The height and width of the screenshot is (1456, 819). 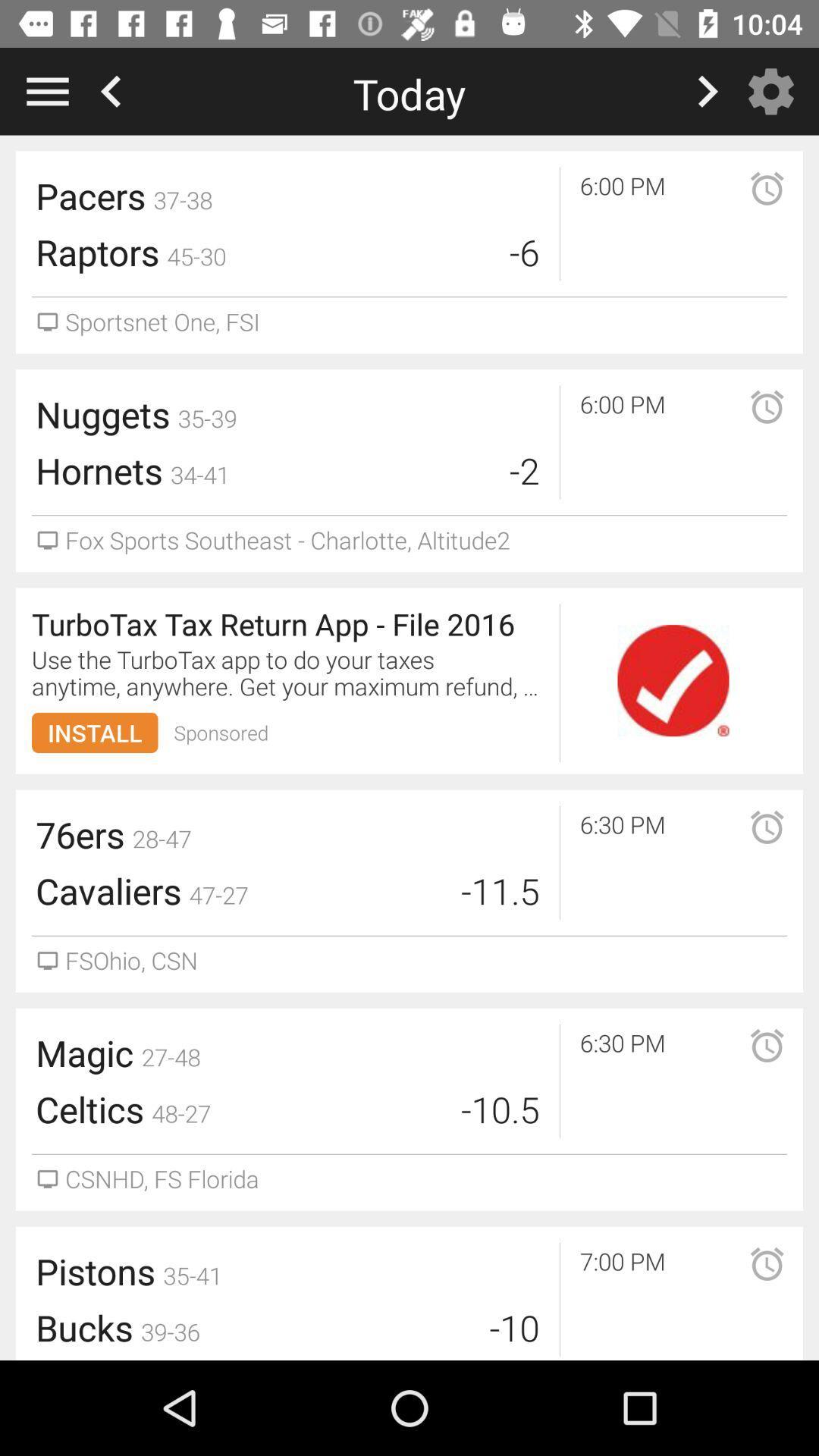 What do you see at coordinates (672, 679) in the screenshot?
I see `open sponsored application` at bounding box center [672, 679].